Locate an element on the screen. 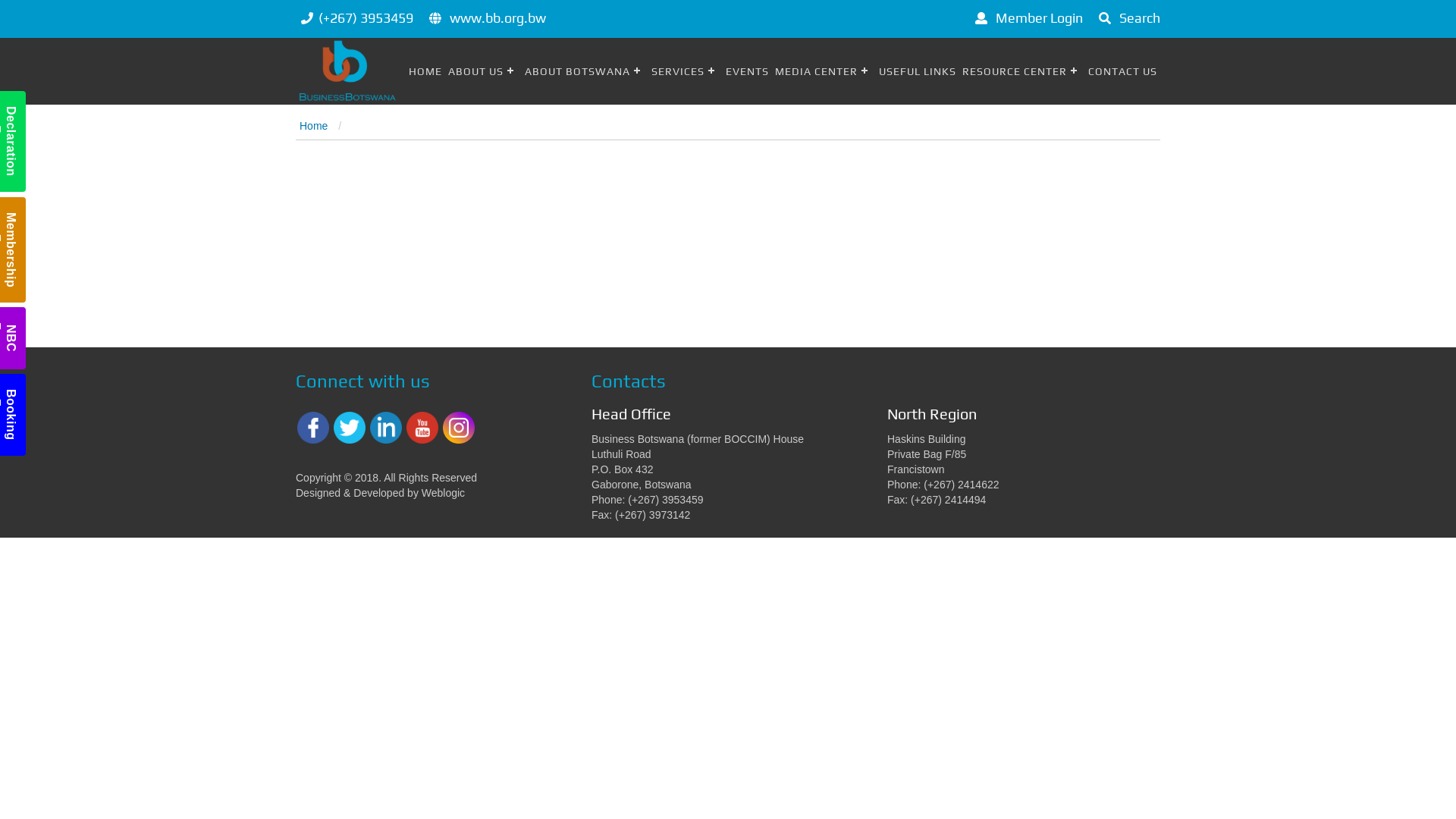  'MEDIA CENTER' is located at coordinates (823, 71).